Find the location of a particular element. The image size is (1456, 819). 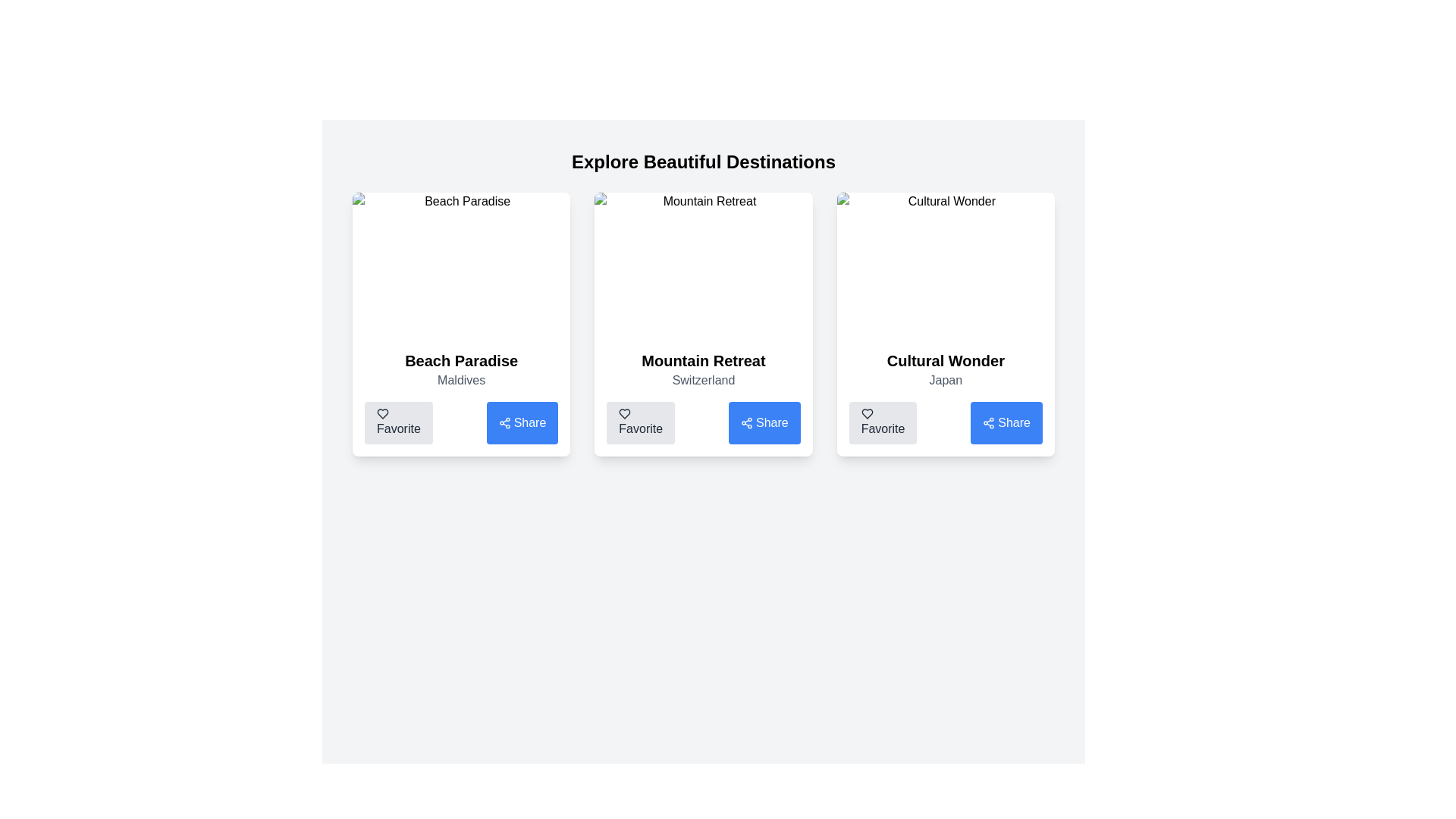

the Text Label displaying 'Japan', which is styled in gray and located below the heading 'Cultural Wonder' is located at coordinates (945, 379).